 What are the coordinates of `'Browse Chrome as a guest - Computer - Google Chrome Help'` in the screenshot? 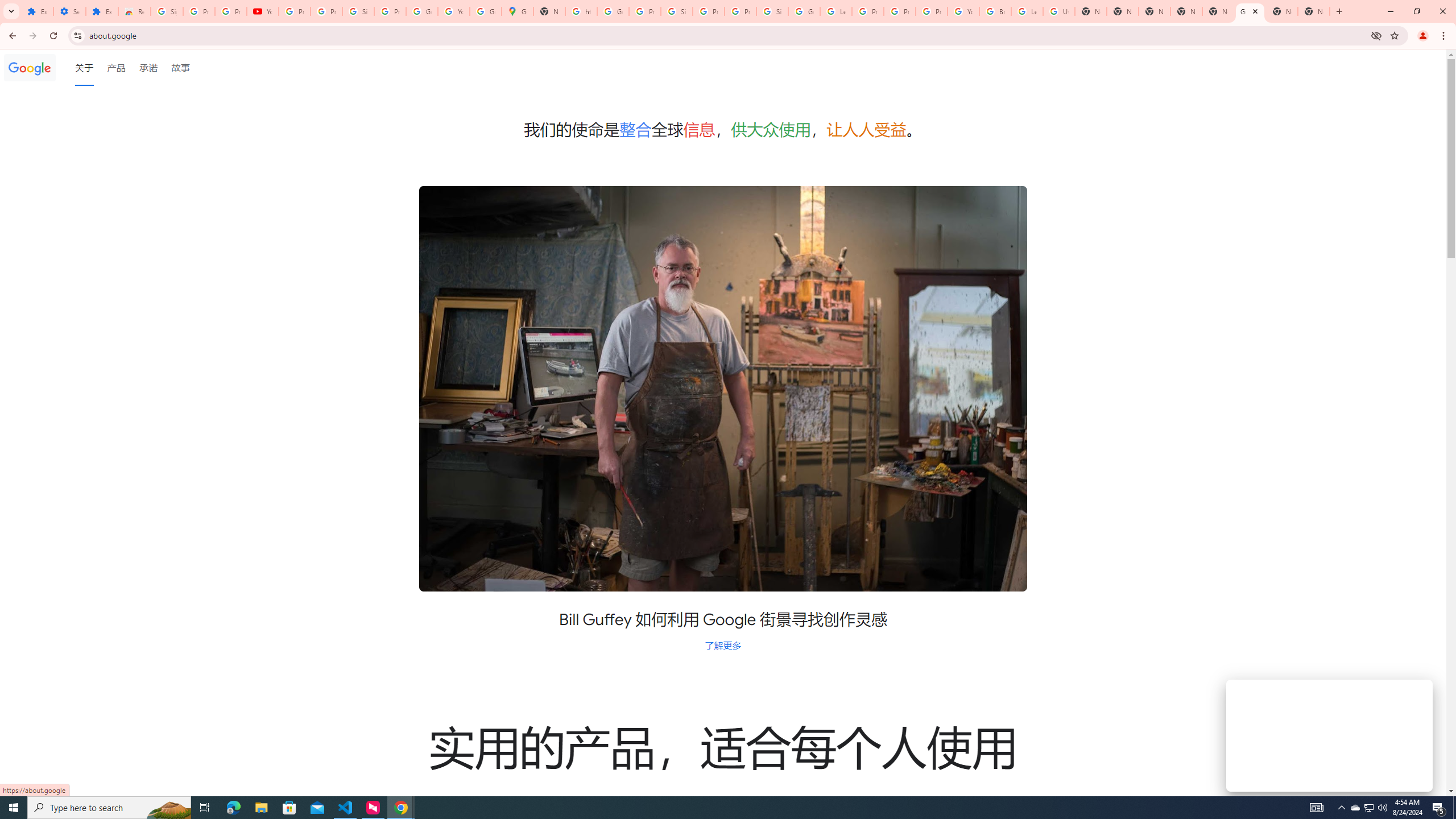 It's located at (994, 11).